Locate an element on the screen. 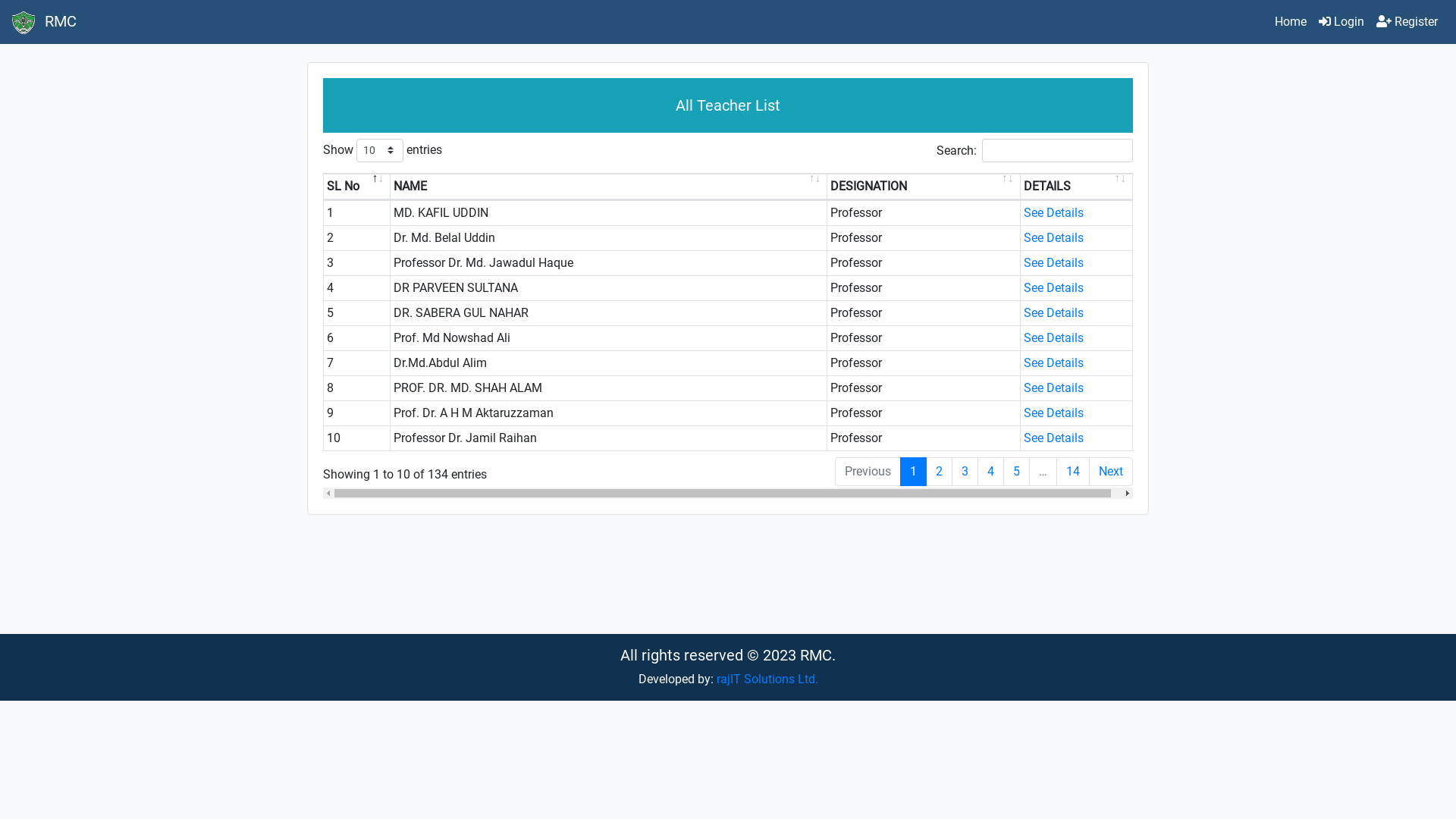 Image resolution: width=1456 pixels, height=819 pixels. '3' is located at coordinates (950, 470).